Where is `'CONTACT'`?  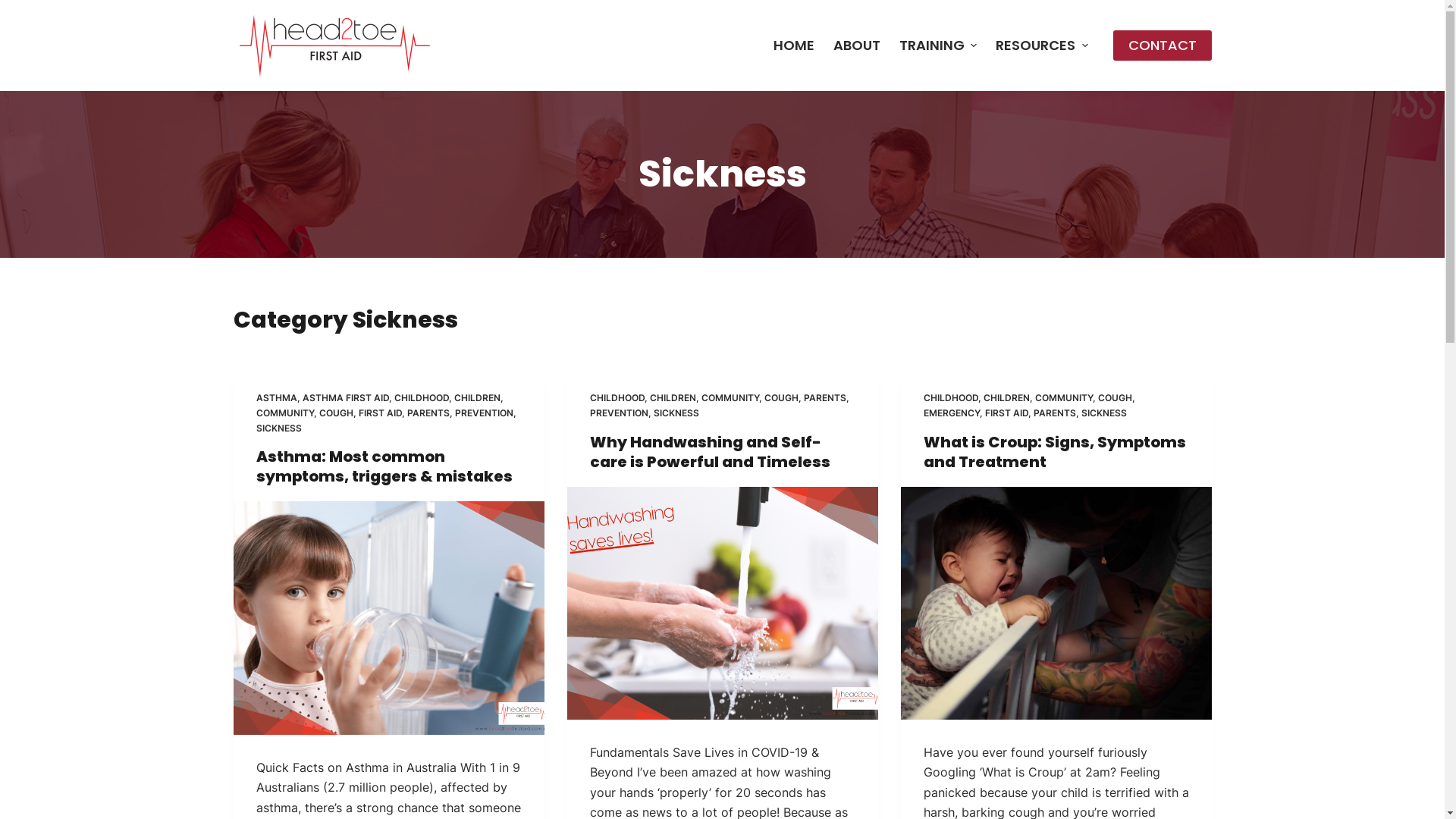
'CONTACT' is located at coordinates (1113, 45).